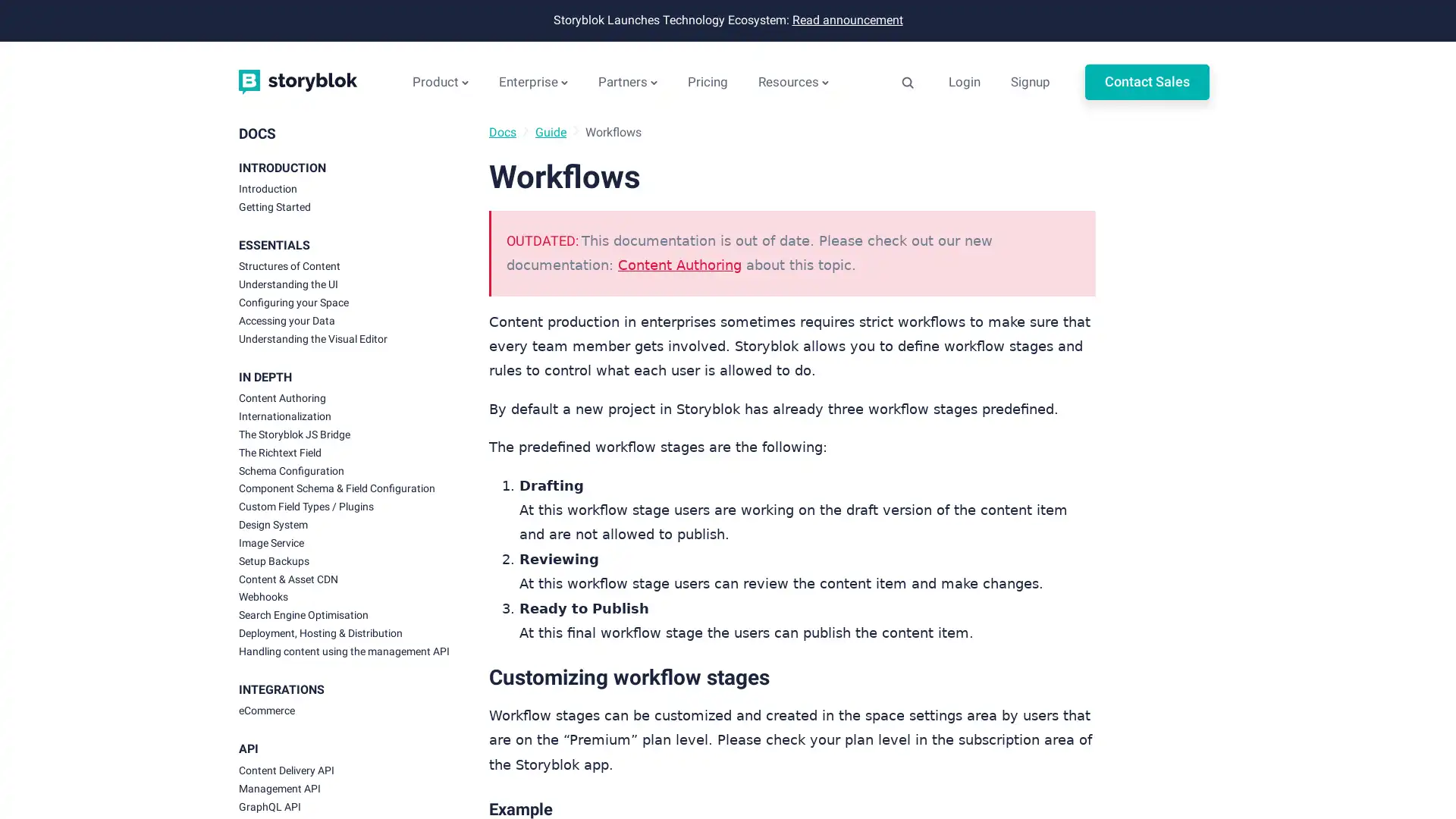  What do you see at coordinates (439, 82) in the screenshot?
I see `Product` at bounding box center [439, 82].